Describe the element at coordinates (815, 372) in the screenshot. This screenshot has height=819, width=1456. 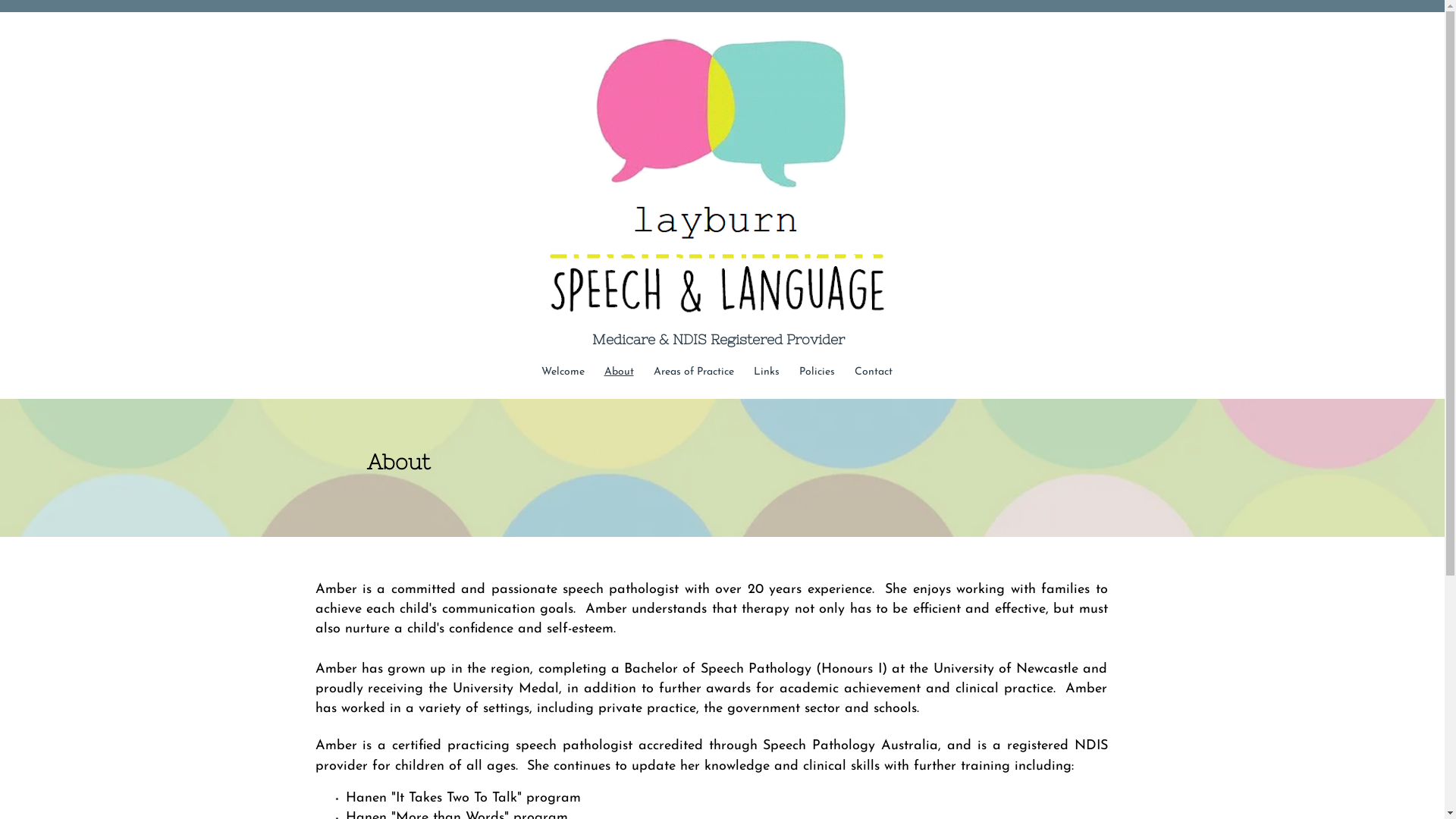
I see `'Policies'` at that location.